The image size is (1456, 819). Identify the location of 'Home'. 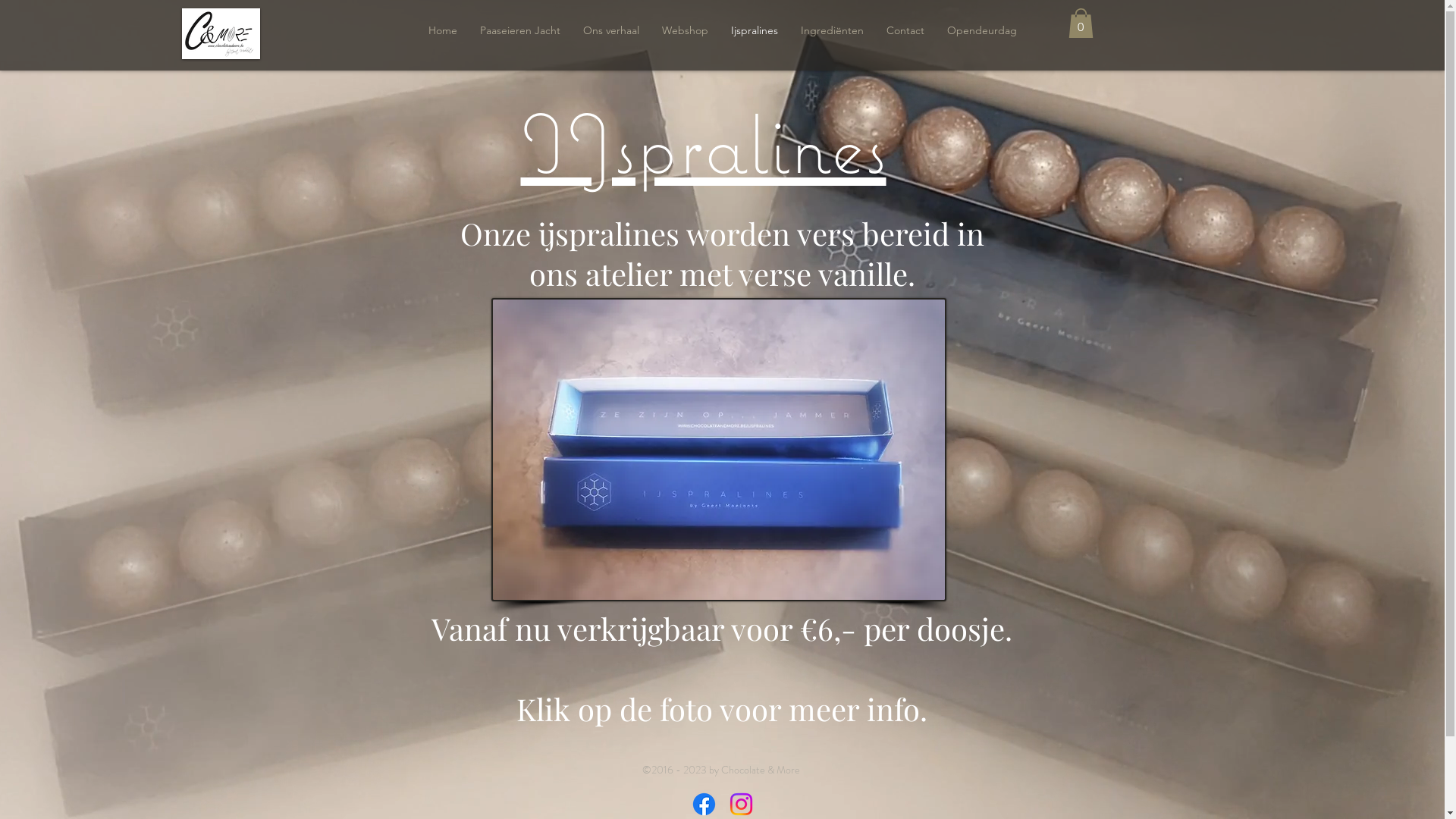
(417, 30).